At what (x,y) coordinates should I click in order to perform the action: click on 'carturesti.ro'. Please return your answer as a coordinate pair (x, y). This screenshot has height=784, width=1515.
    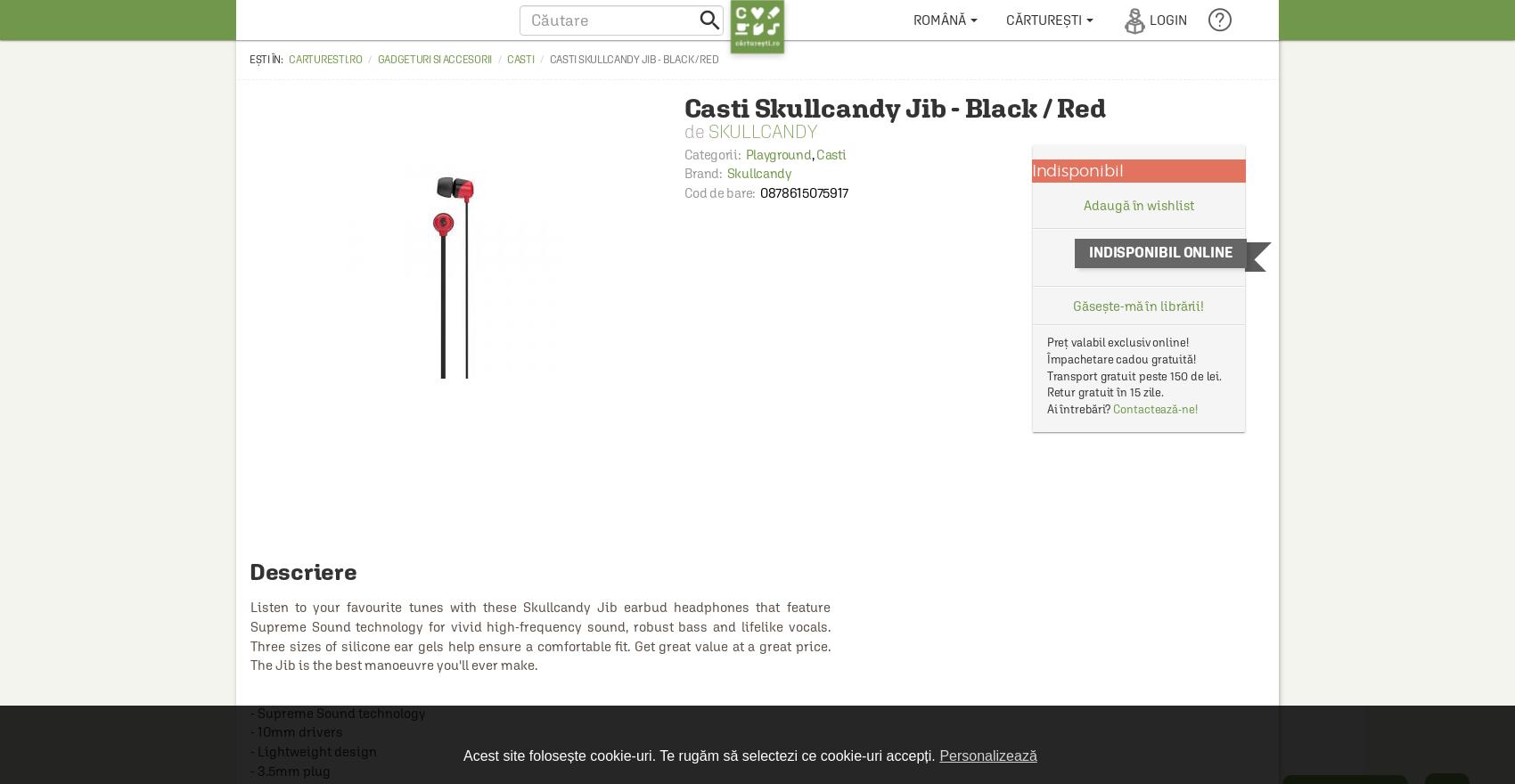
    Looking at the image, I should click on (323, 59).